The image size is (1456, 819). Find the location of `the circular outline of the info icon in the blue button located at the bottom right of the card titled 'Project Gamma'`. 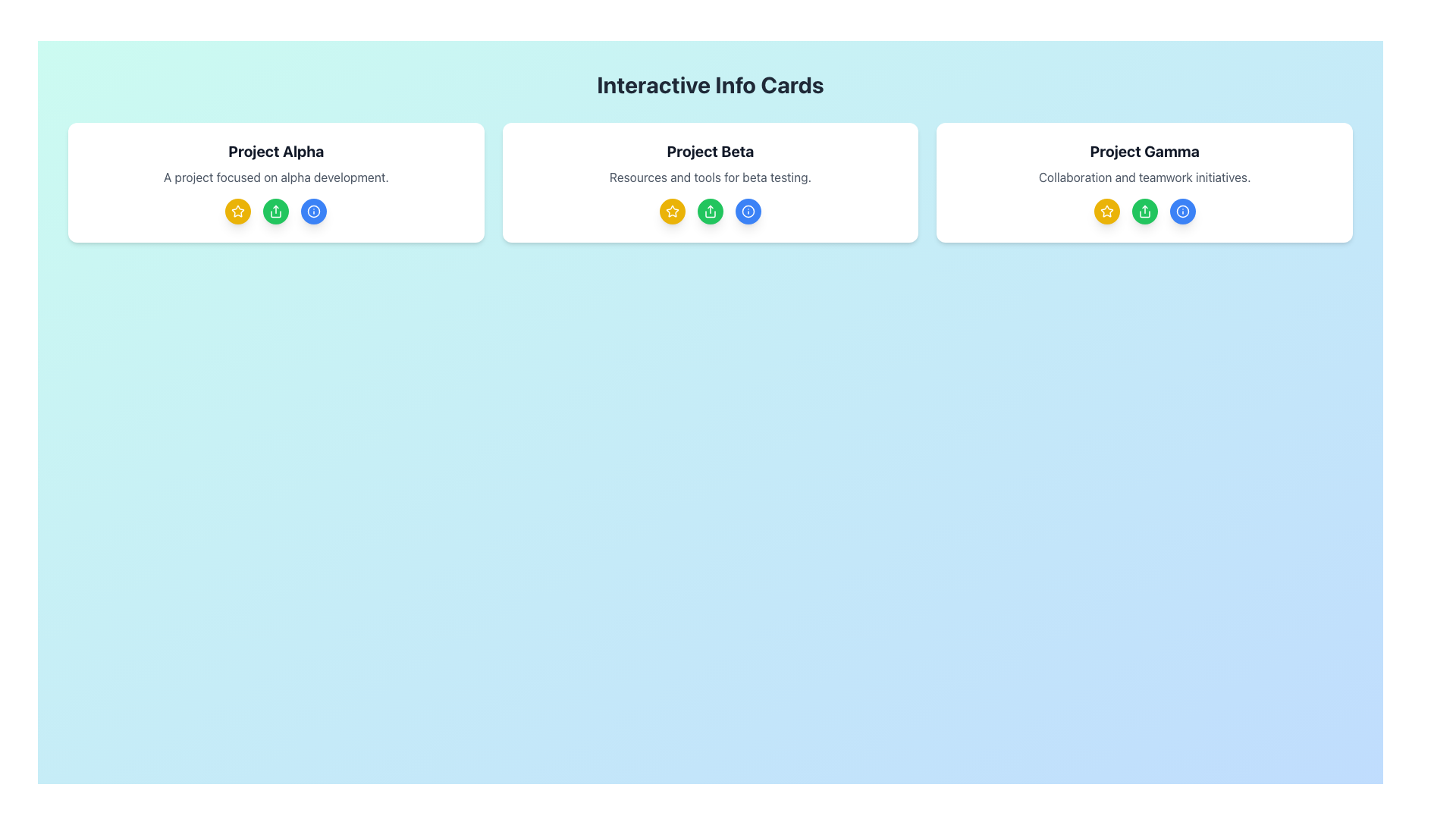

the circular outline of the info icon in the blue button located at the bottom right of the card titled 'Project Gamma' is located at coordinates (1181, 211).